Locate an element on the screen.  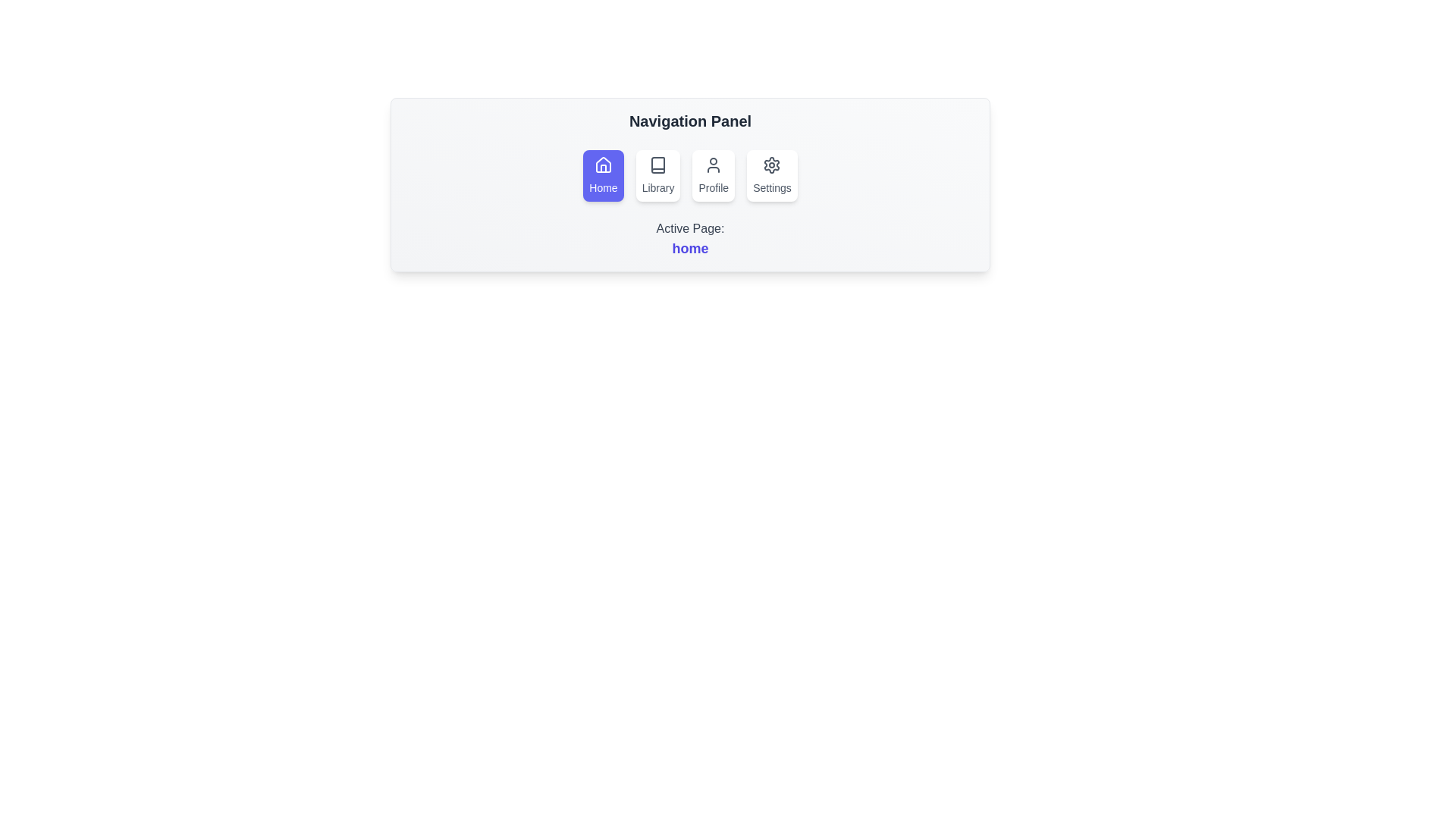
the gear-like settings icon located at the top-center of the interface is located at coordinates (772, 165).